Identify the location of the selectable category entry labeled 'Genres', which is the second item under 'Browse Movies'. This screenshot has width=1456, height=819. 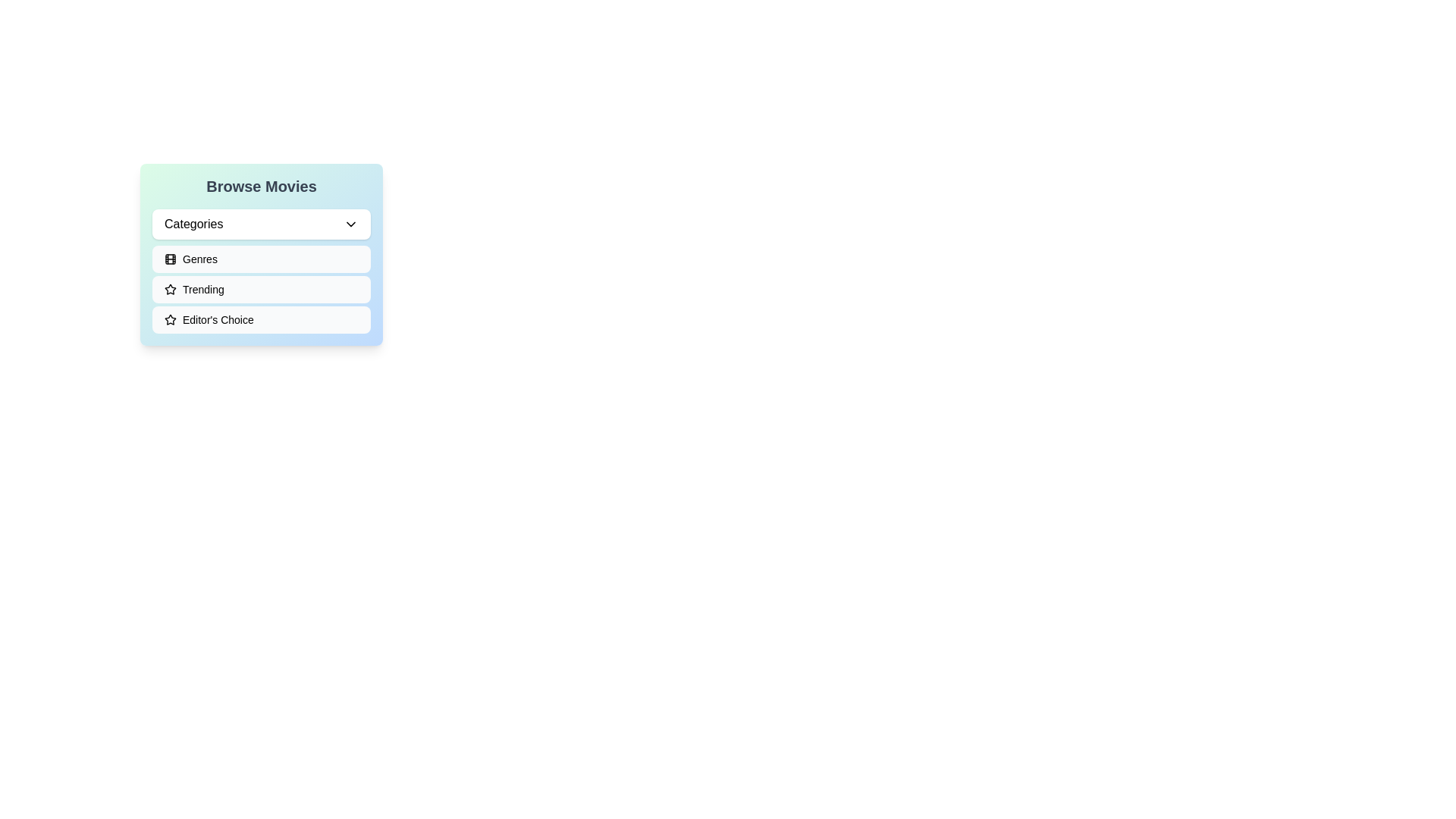
(262, 271).